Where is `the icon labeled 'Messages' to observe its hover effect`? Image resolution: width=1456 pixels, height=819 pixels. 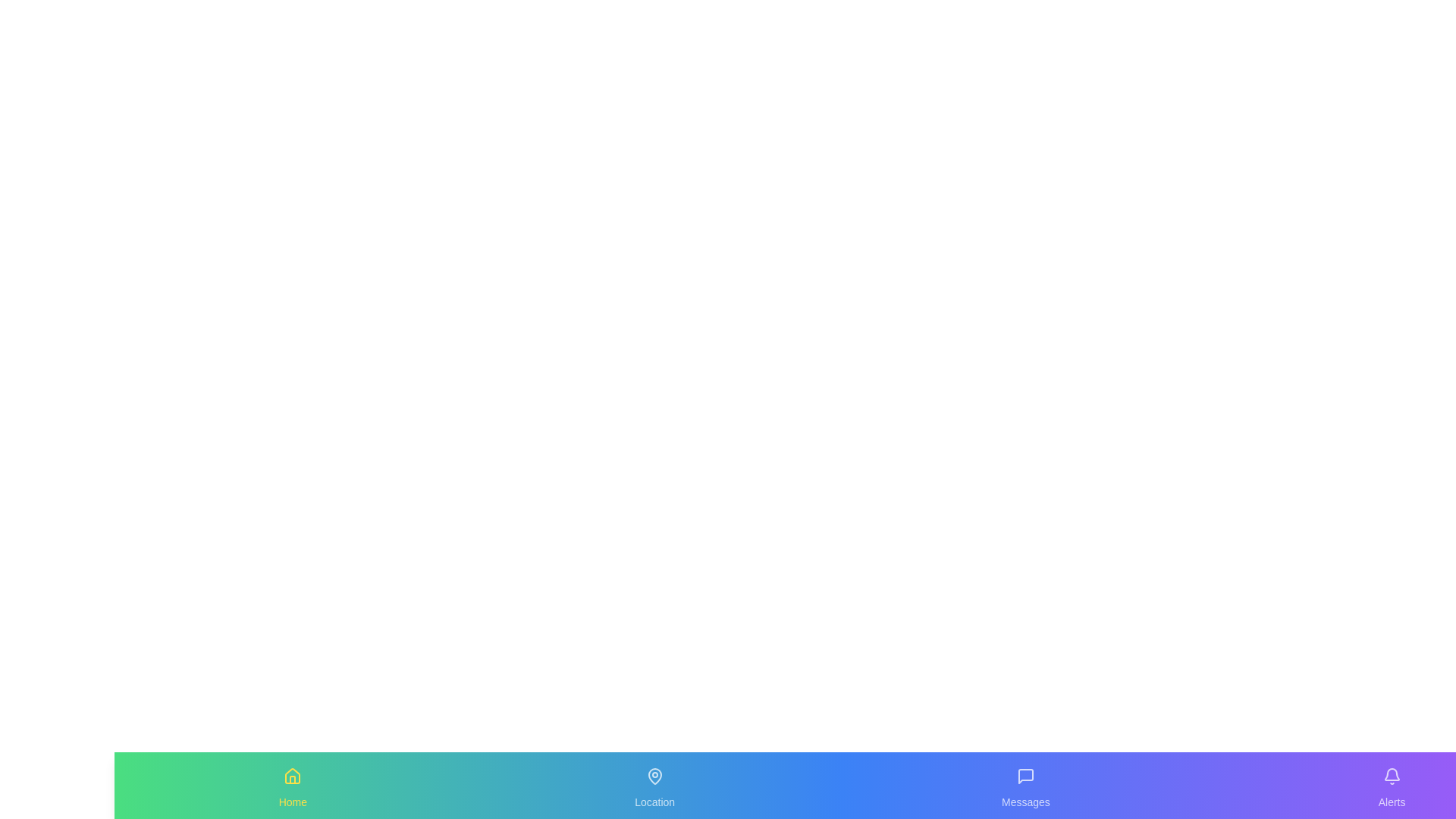 the icon labeled 'Messages' to observe its hover effect is located at coordinates (1025, 776).